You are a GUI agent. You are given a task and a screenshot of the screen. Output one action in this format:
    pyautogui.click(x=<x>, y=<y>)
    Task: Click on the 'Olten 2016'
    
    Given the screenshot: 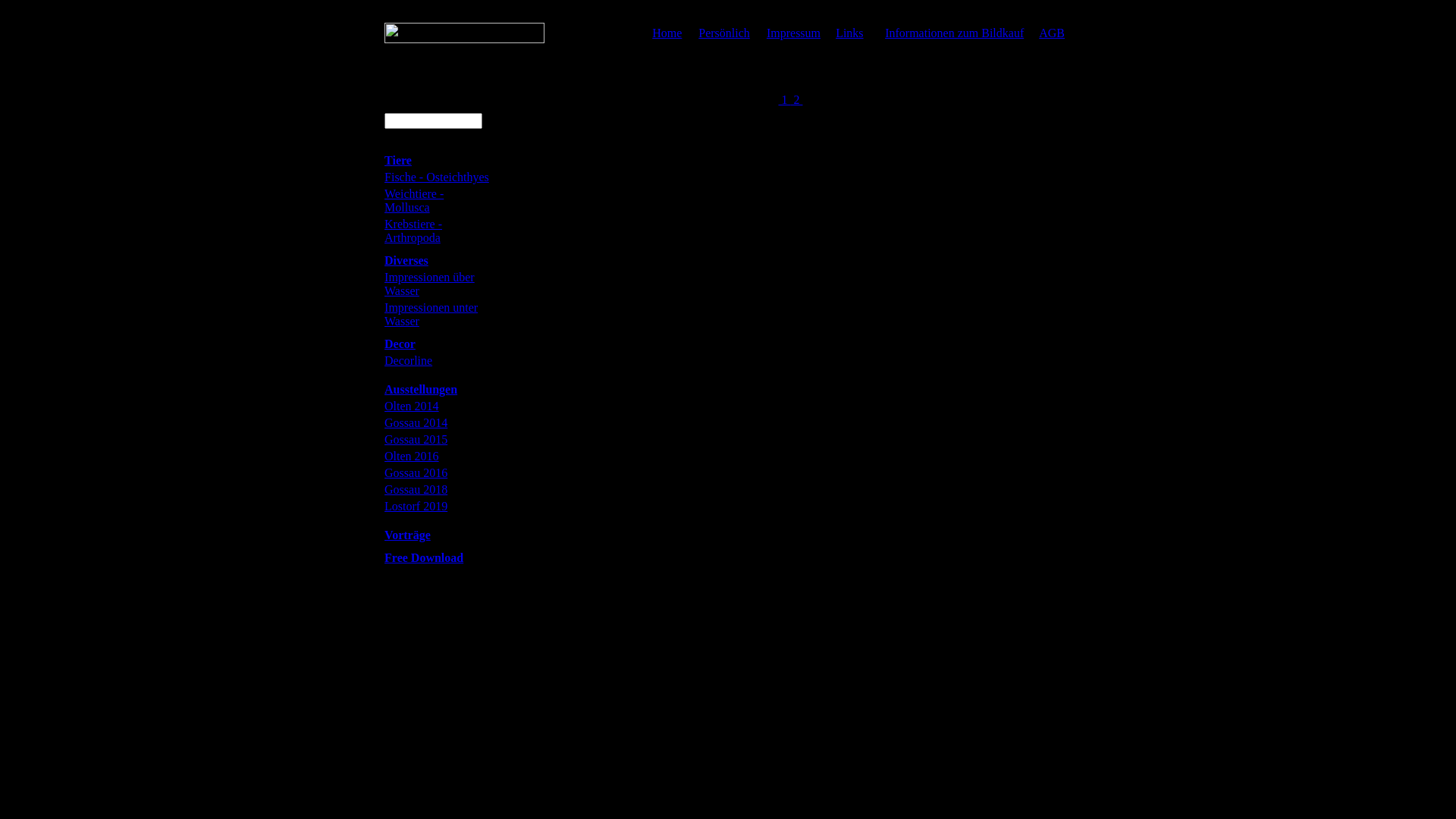 What is the action you would take?
    pyautogui.click(x=384, y=455)
    